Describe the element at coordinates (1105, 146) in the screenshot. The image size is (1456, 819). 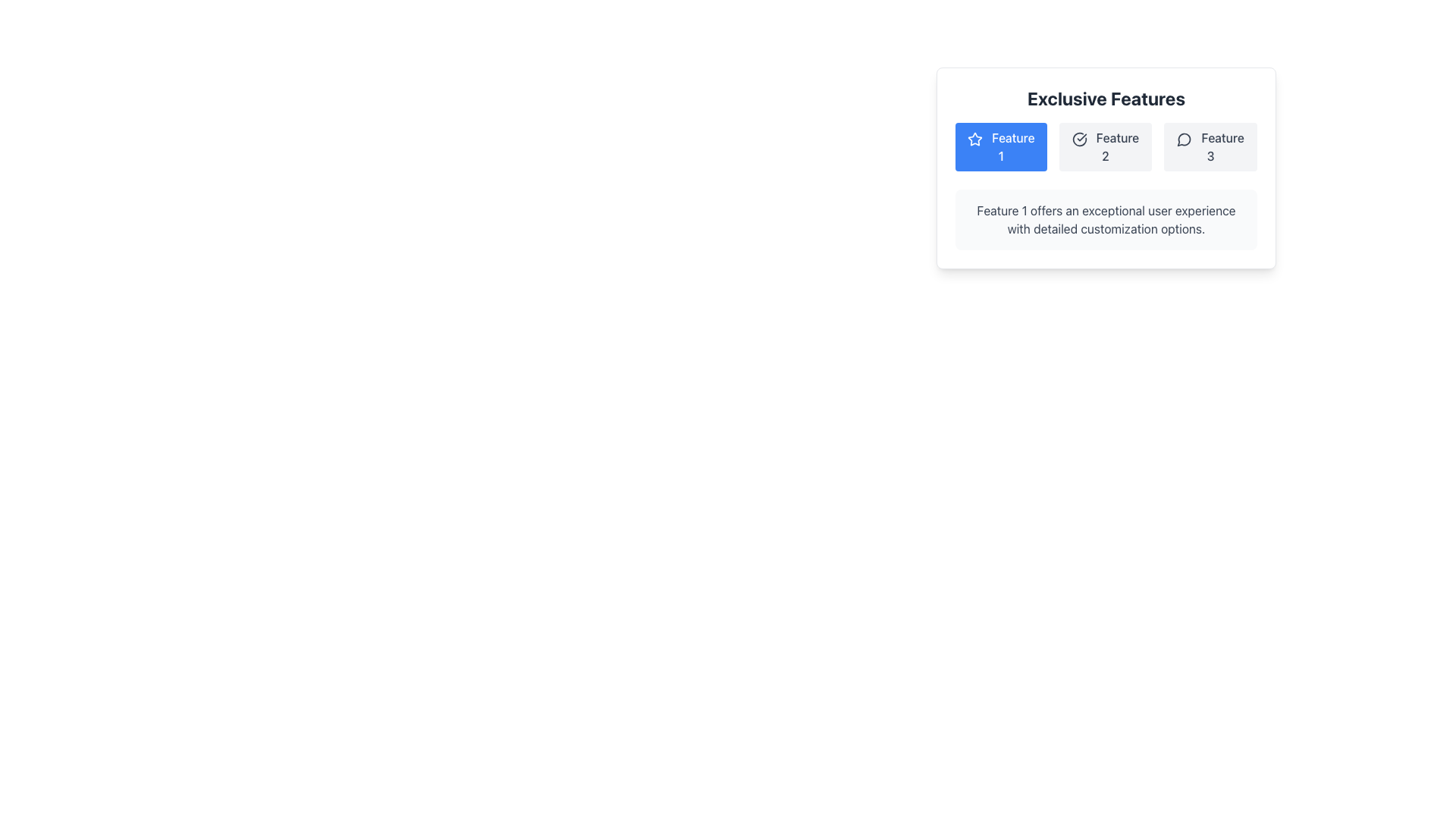
I see `the button labeled 'Feature 2' in the 'Exclusive Features' section` at that location.